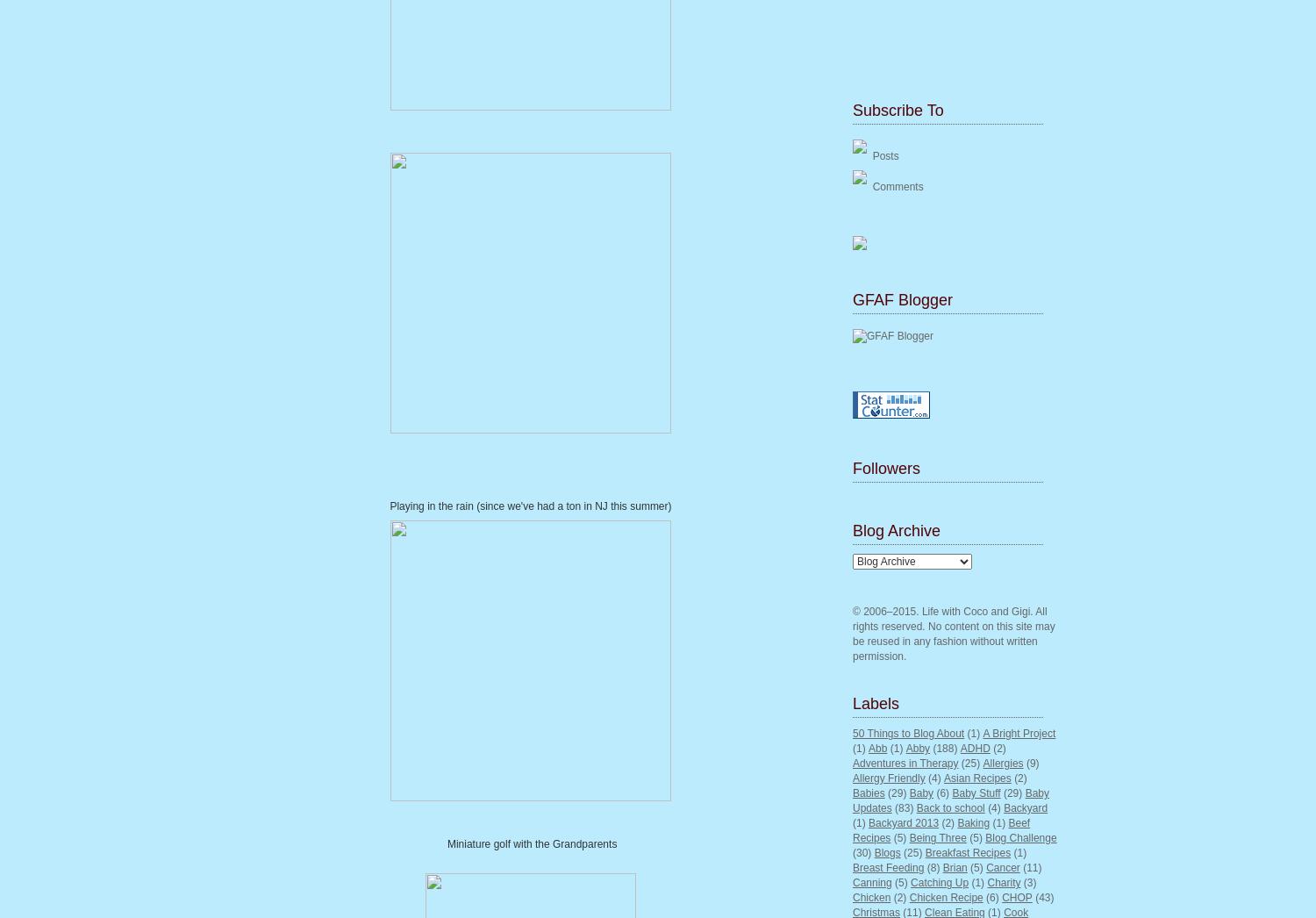  What do you see at coordinates (887, 852) in the screenshot?
I see `'Blogs'` at bounding box center [887, 852].